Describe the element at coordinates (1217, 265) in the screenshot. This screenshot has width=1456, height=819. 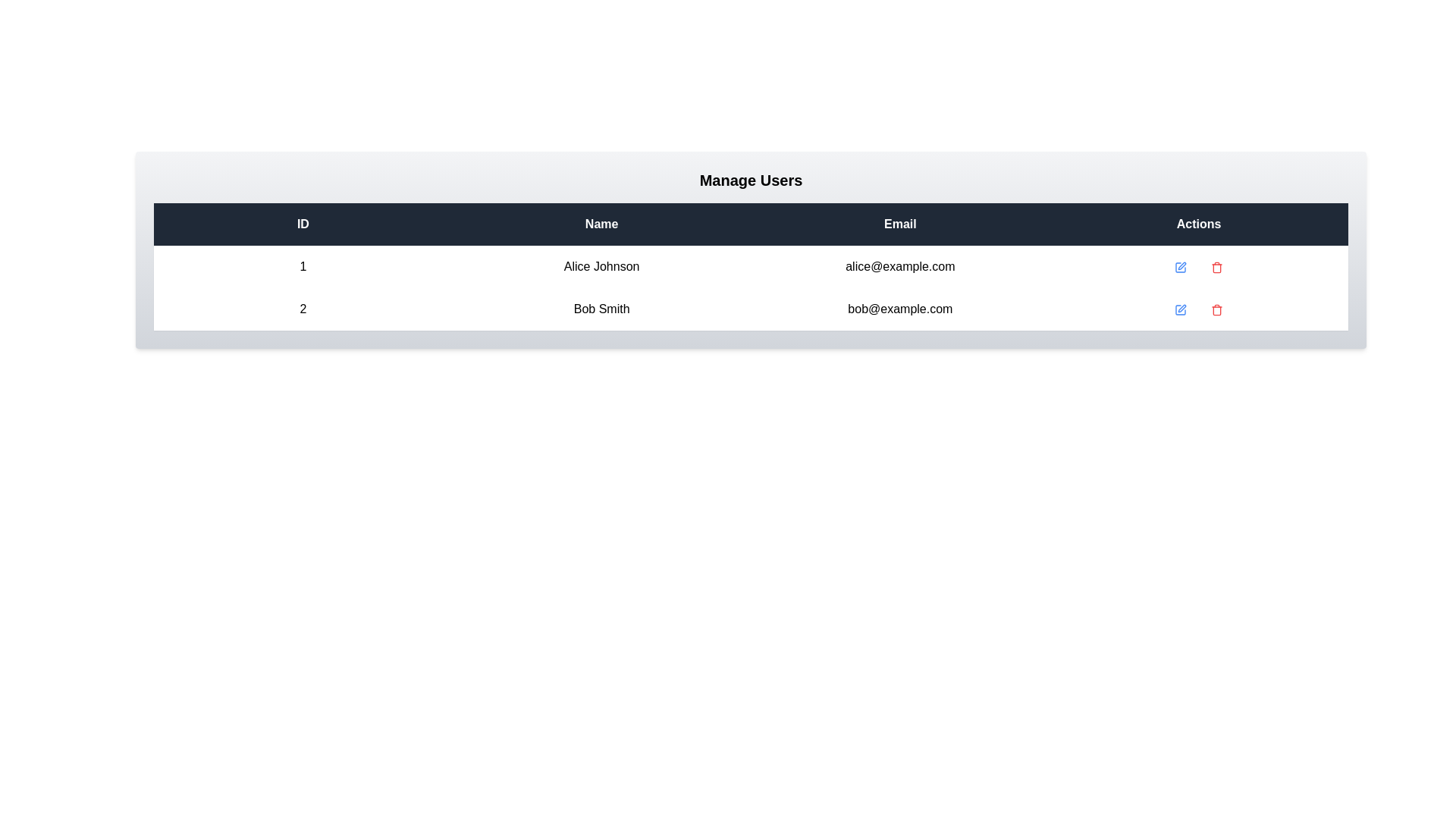
I see `'Trash' icon for the user with ID 1` at that location.